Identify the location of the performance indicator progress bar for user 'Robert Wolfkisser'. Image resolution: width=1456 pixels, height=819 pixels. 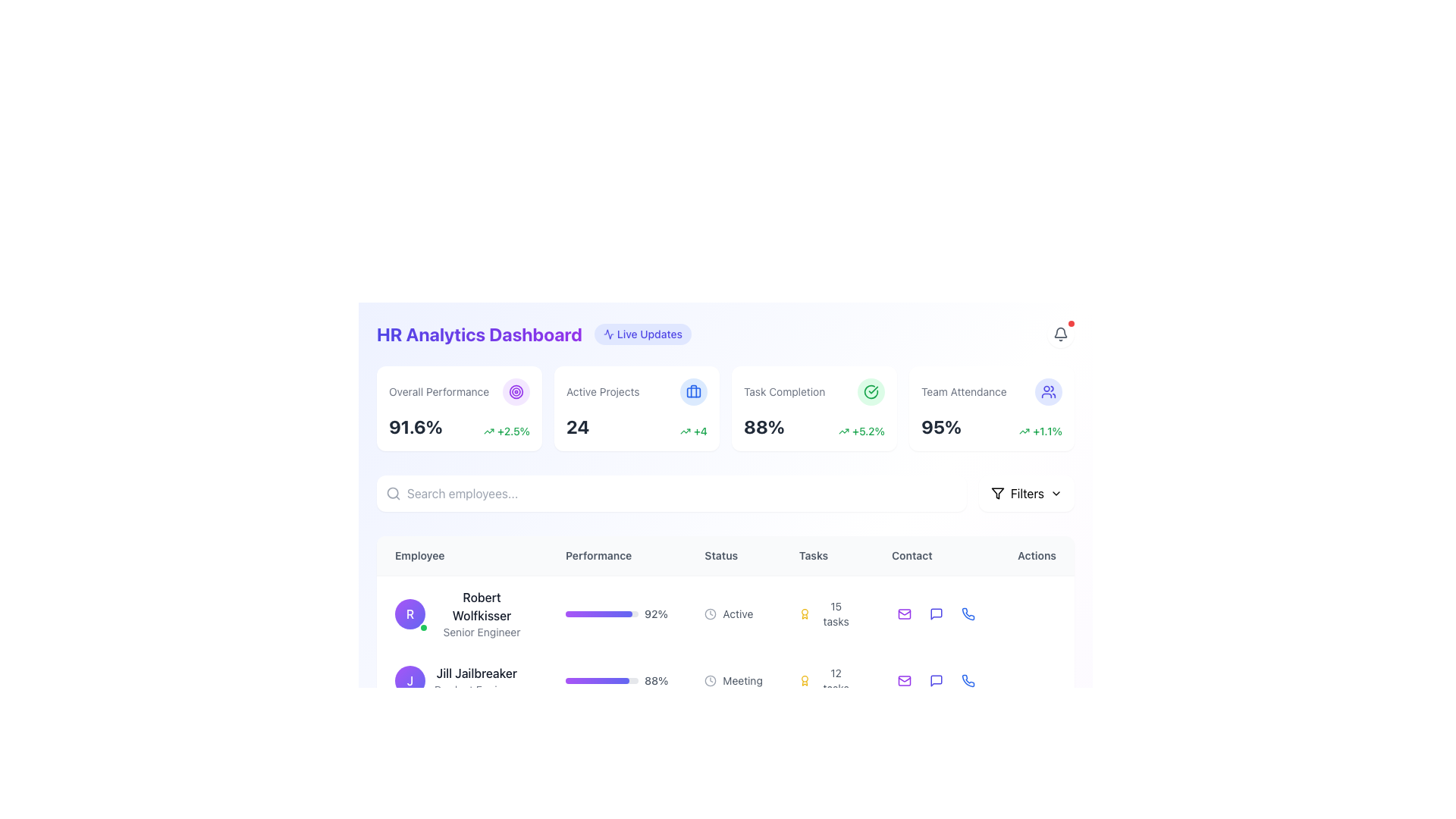
(617, 613).